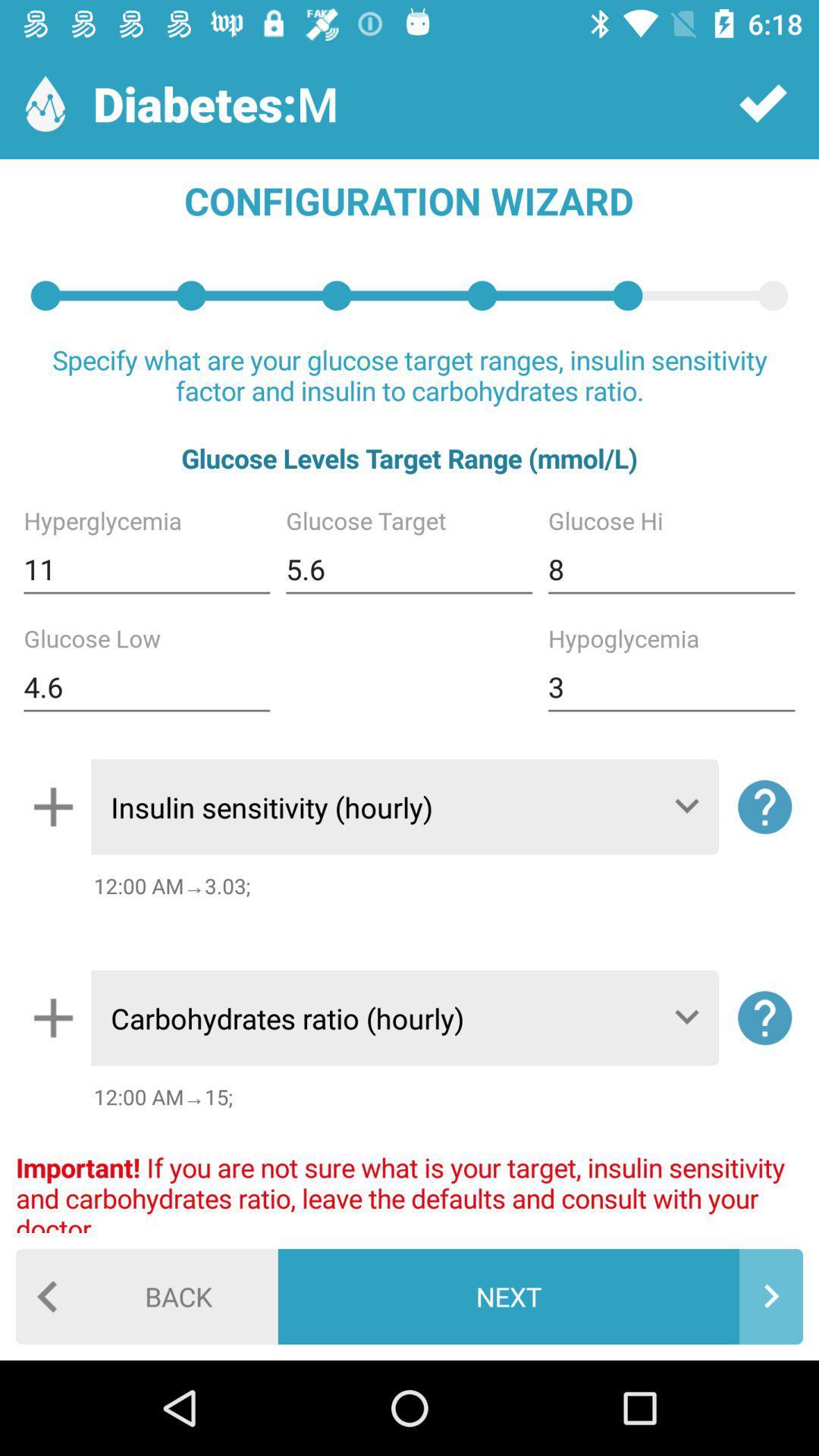  What do you see at coordinates (146, 569) in the screenshot?
I see `the item to the left of the 5.6 item` at bounding box center [146, 569].